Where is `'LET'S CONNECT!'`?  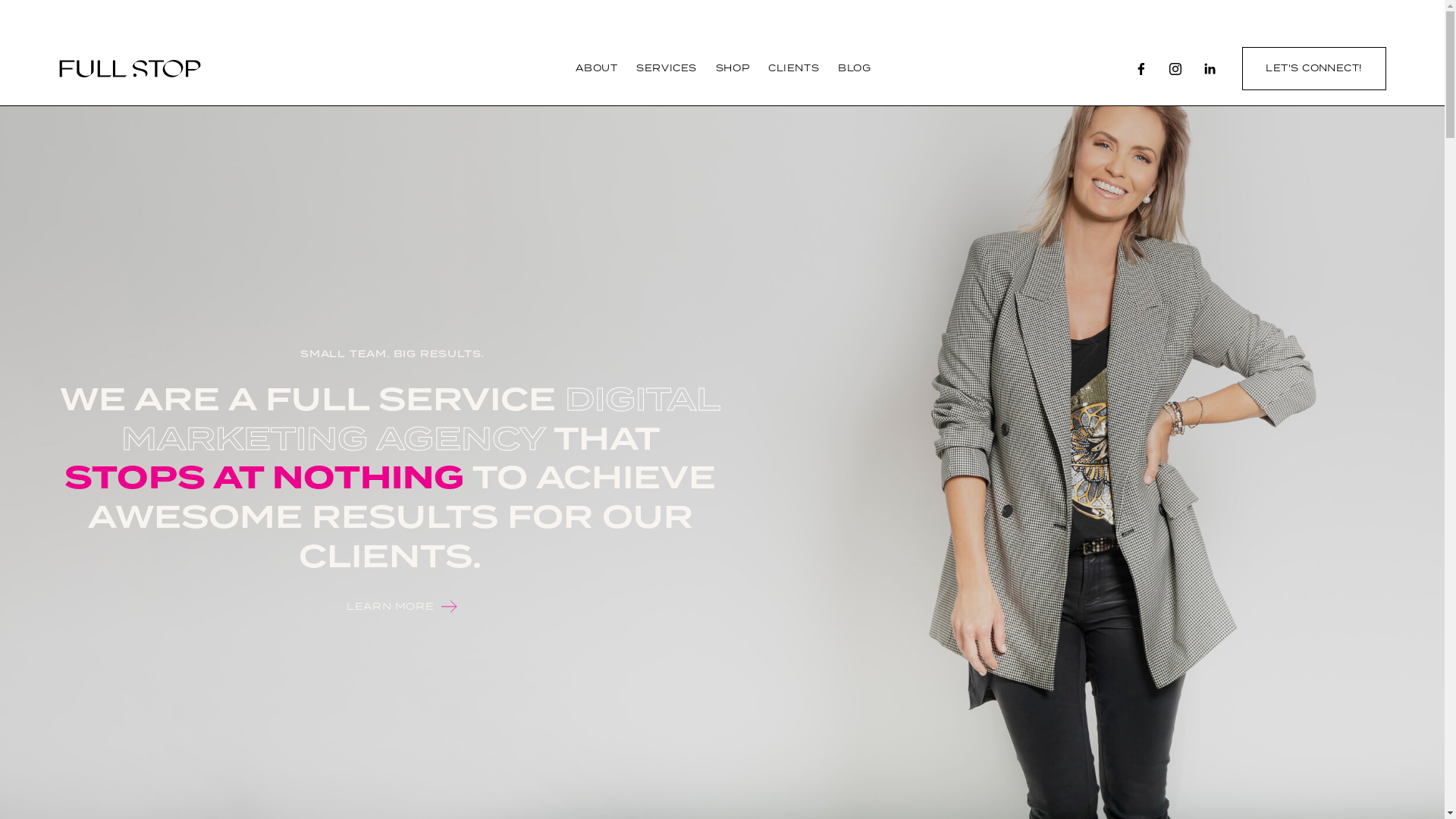 'LET'S CONNECT!' is located at coordinates (1313, 68).